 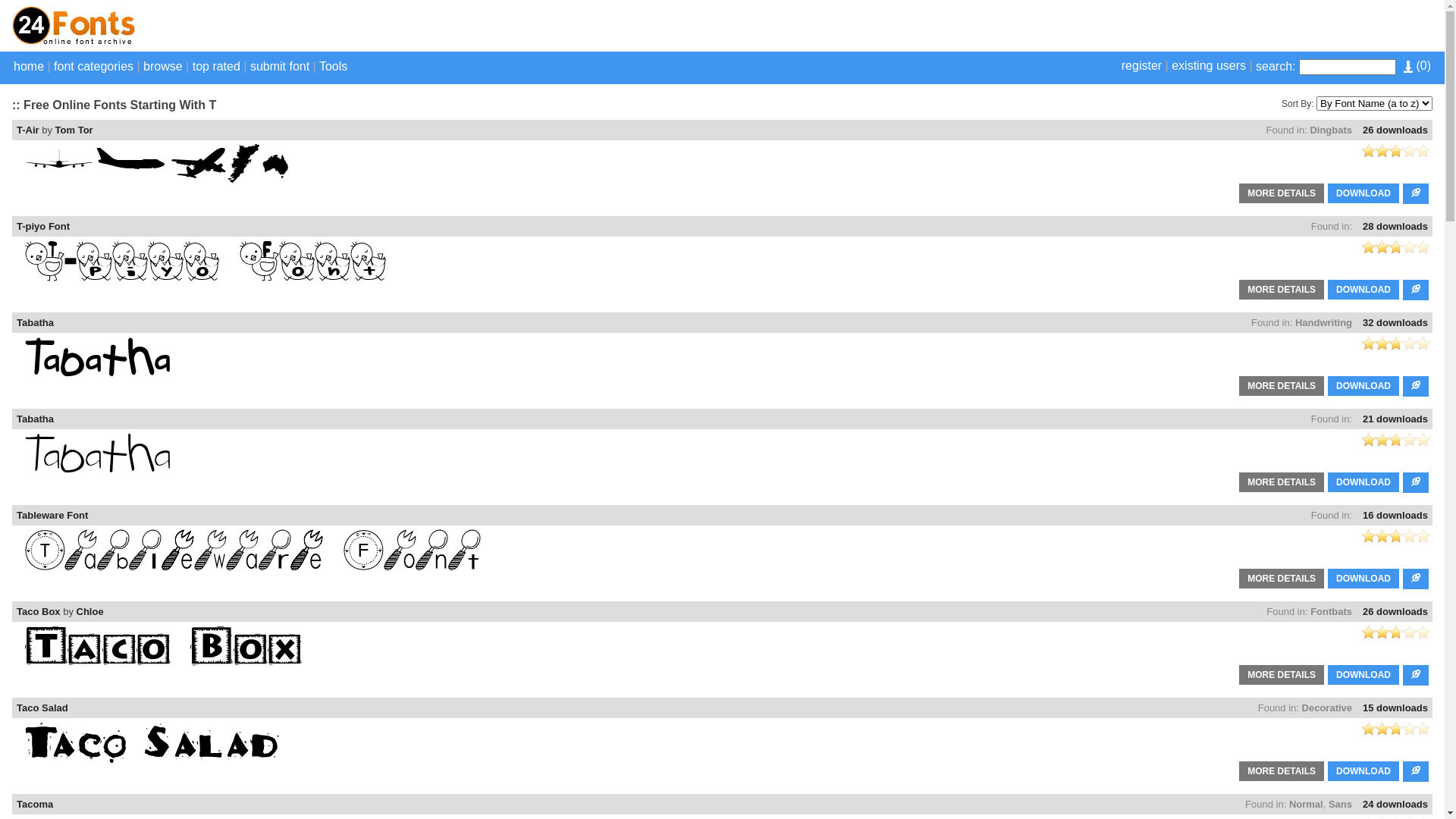 What do you see at coordinates (215, 65) in the screenshot?
I see `'top rated'` at bounding box center [215, 65].